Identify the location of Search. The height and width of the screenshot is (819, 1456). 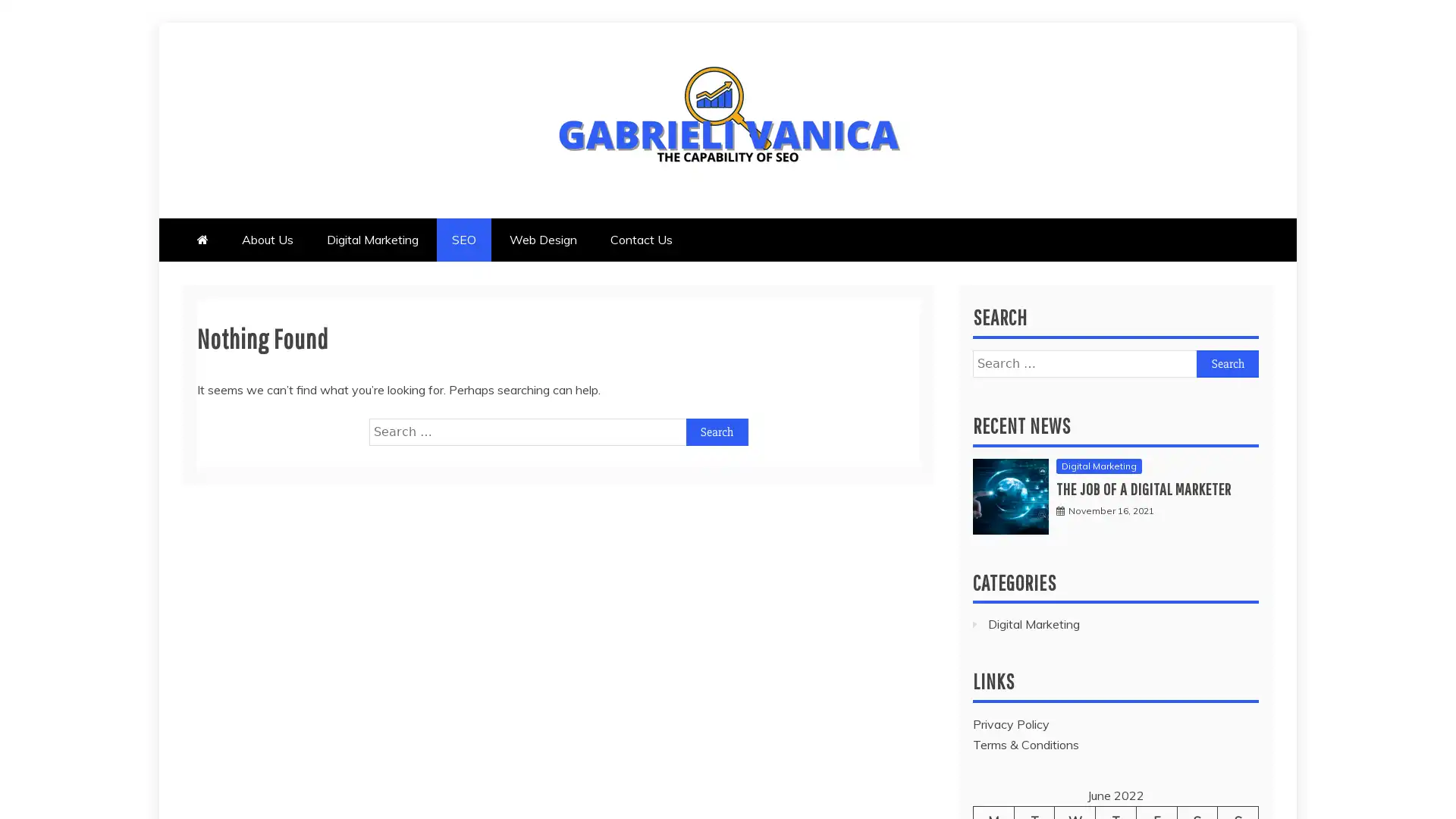
(1227, 362).